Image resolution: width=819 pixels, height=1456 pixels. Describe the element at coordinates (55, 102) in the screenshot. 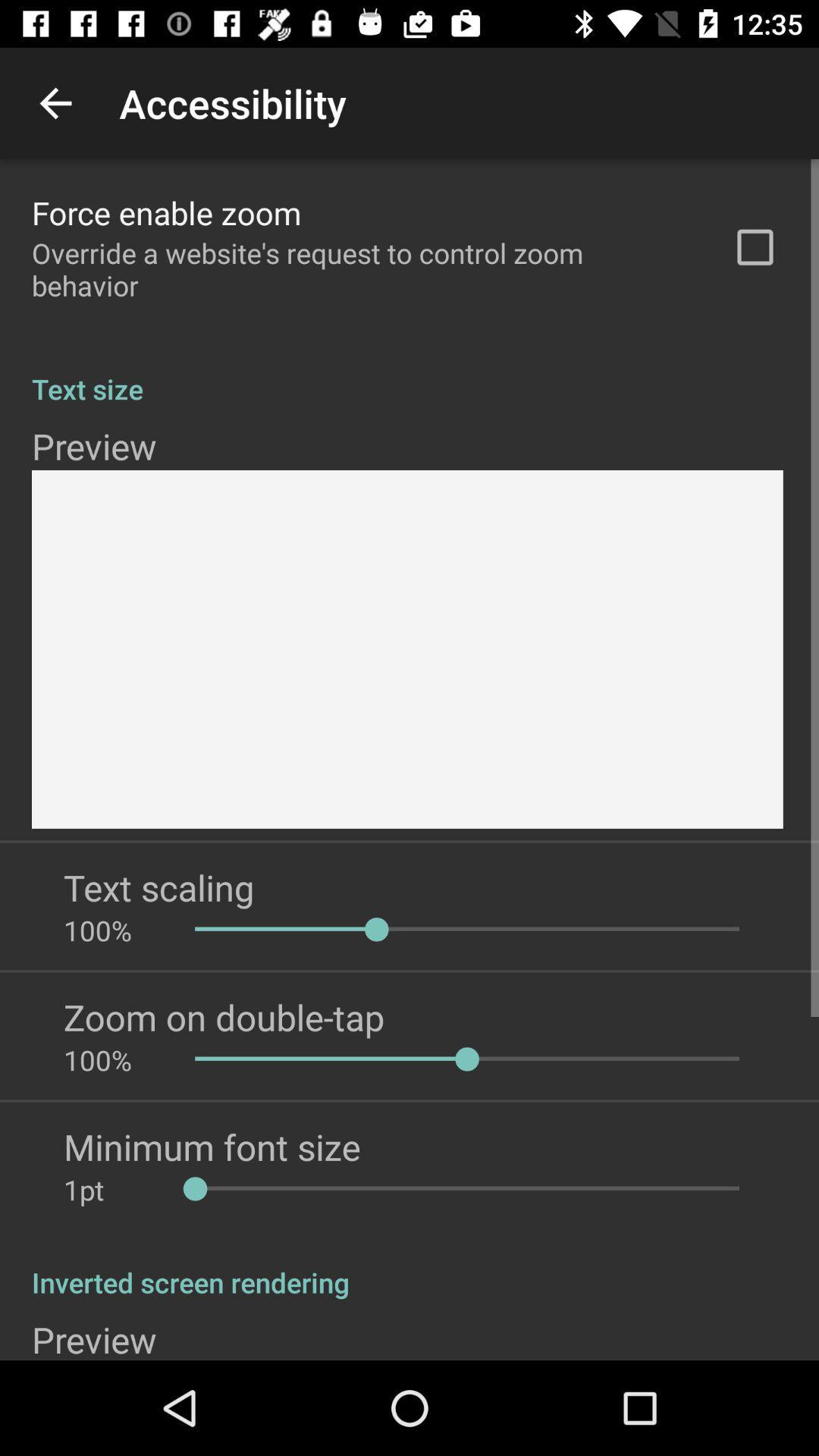

I see `the item to the left of the accessibility` at that location.